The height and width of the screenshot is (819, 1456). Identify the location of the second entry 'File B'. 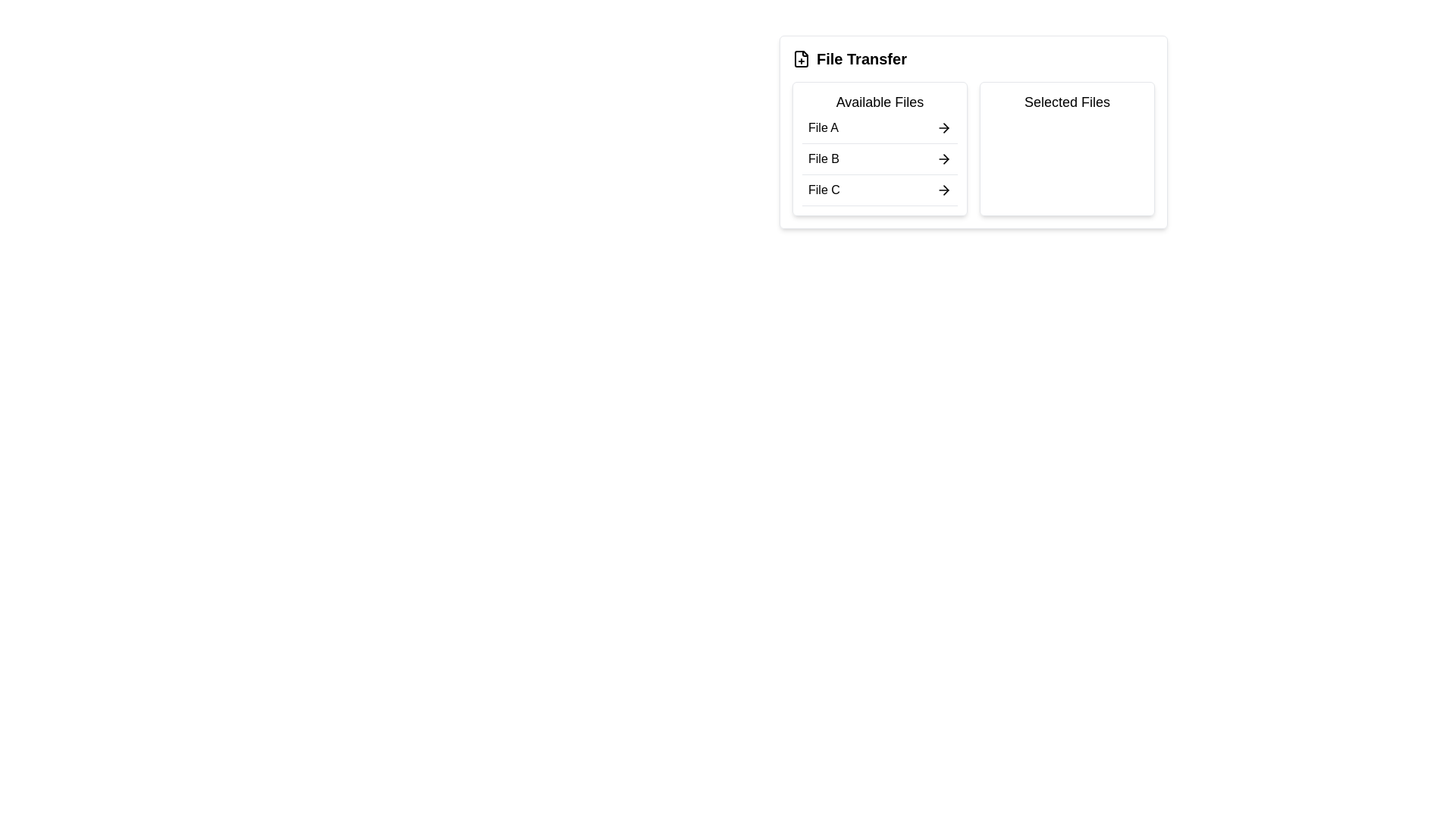
(880, 149).